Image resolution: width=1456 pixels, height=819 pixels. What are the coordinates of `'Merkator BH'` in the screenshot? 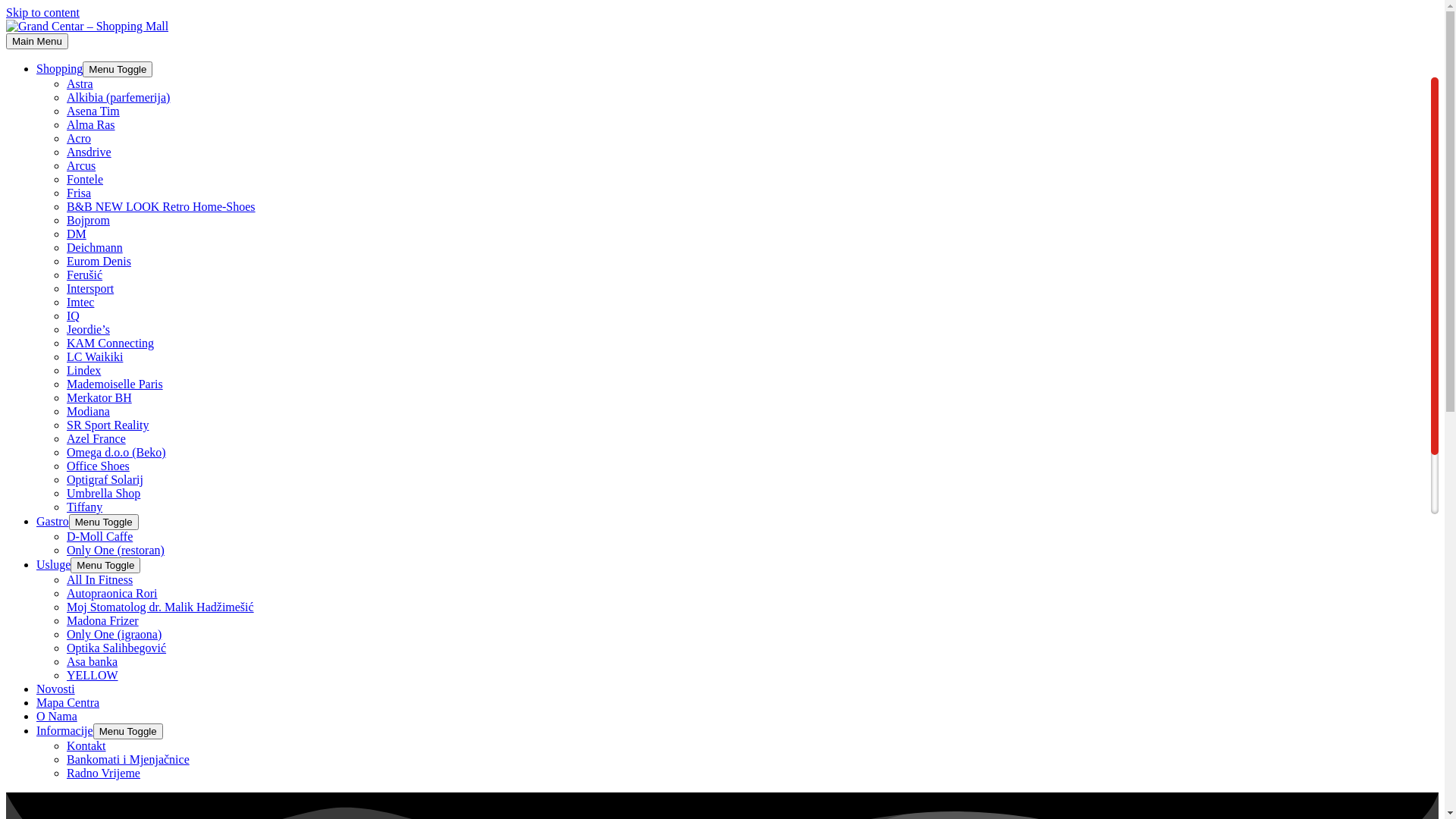 It's located at (65, 397).